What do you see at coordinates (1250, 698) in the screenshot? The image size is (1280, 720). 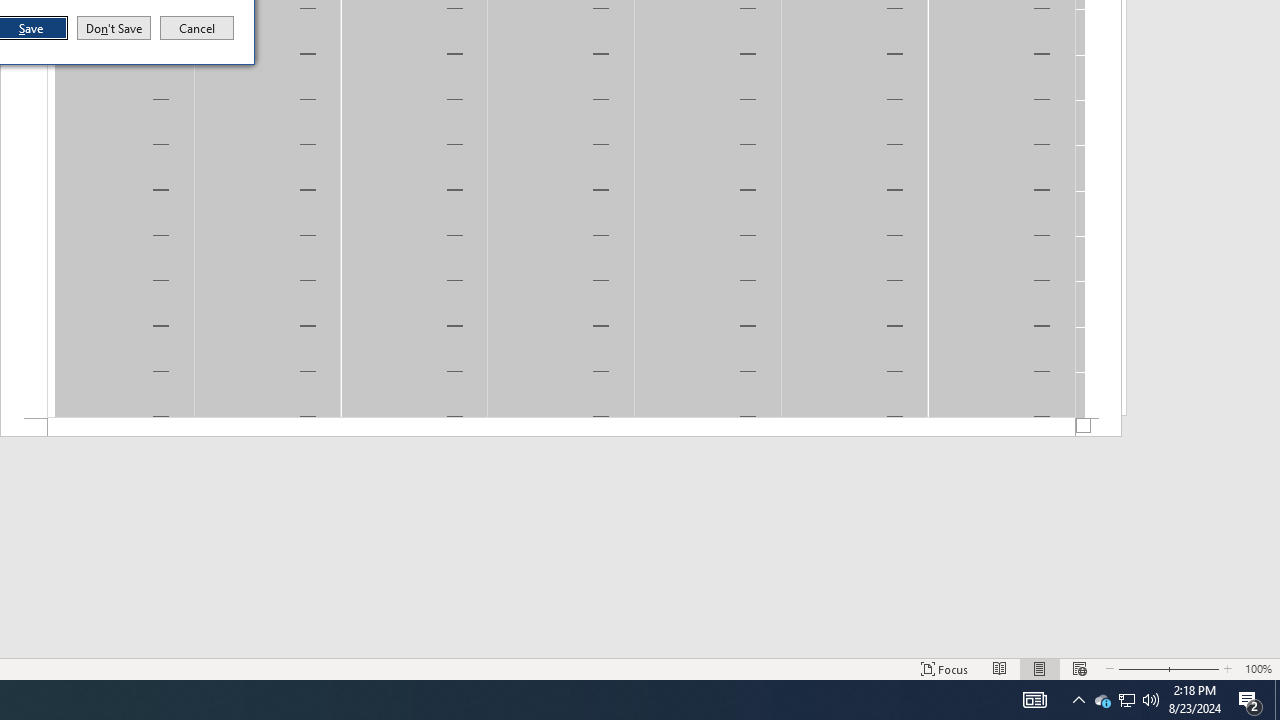 I see `'Zoom In'` at bounding box center [1250, 698].